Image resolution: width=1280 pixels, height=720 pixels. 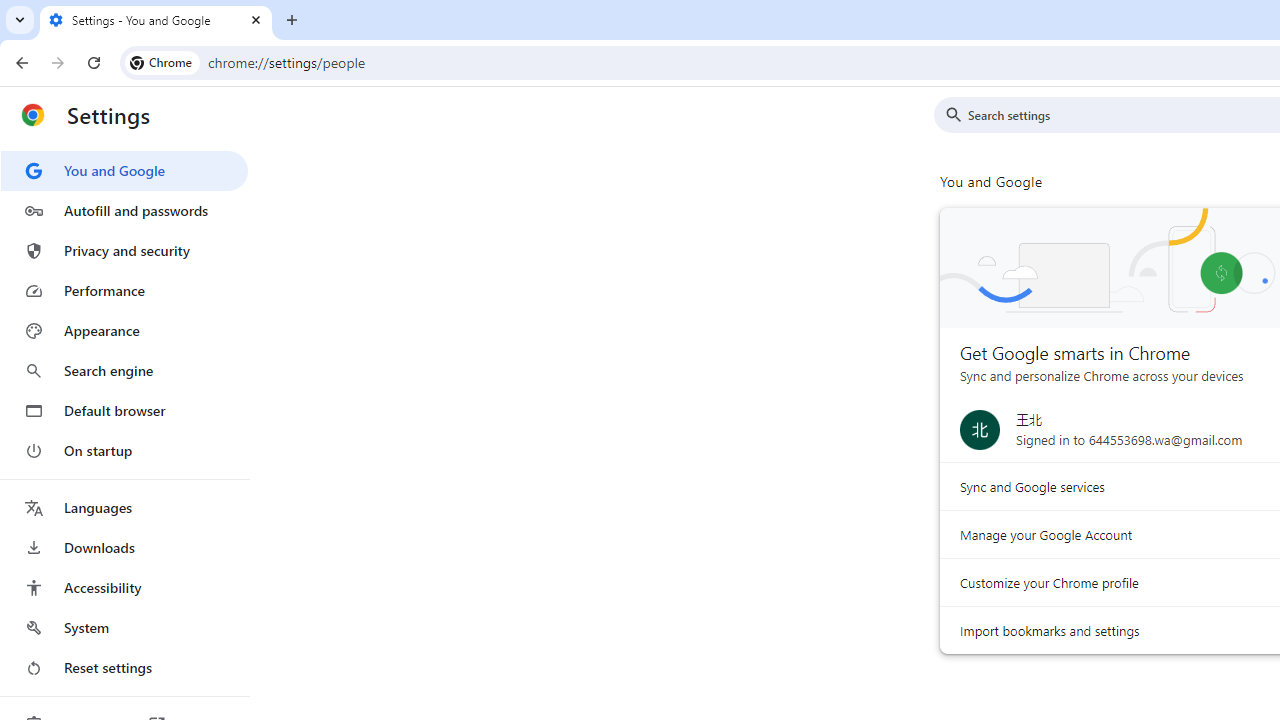 I want to click on 'Downloads', so click(x=123, y=547).